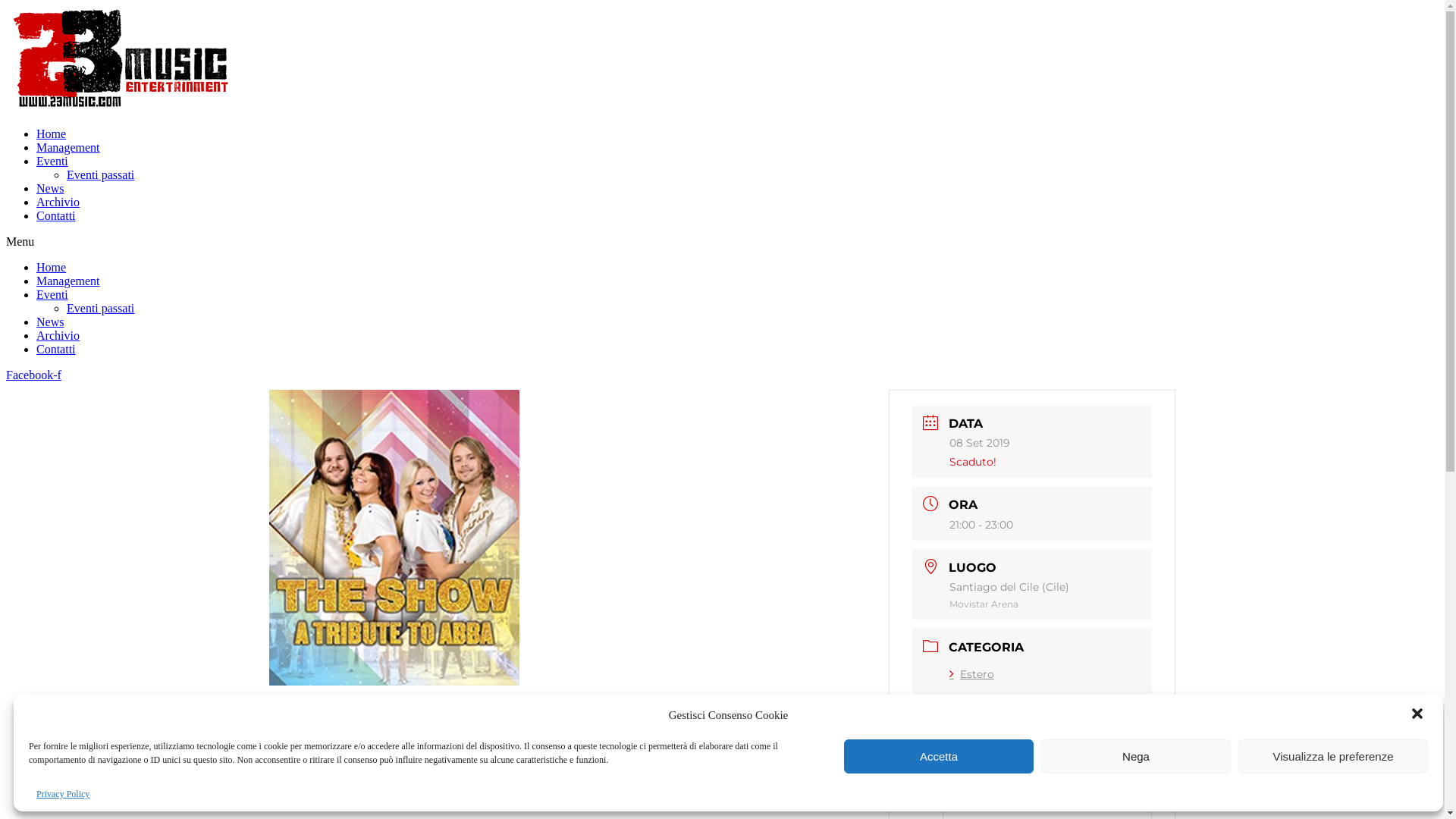 This screenshot has width=1456, height=819. Describe the element at coordinates (50, 187) in the screenshot. I see `'News'` at that location.